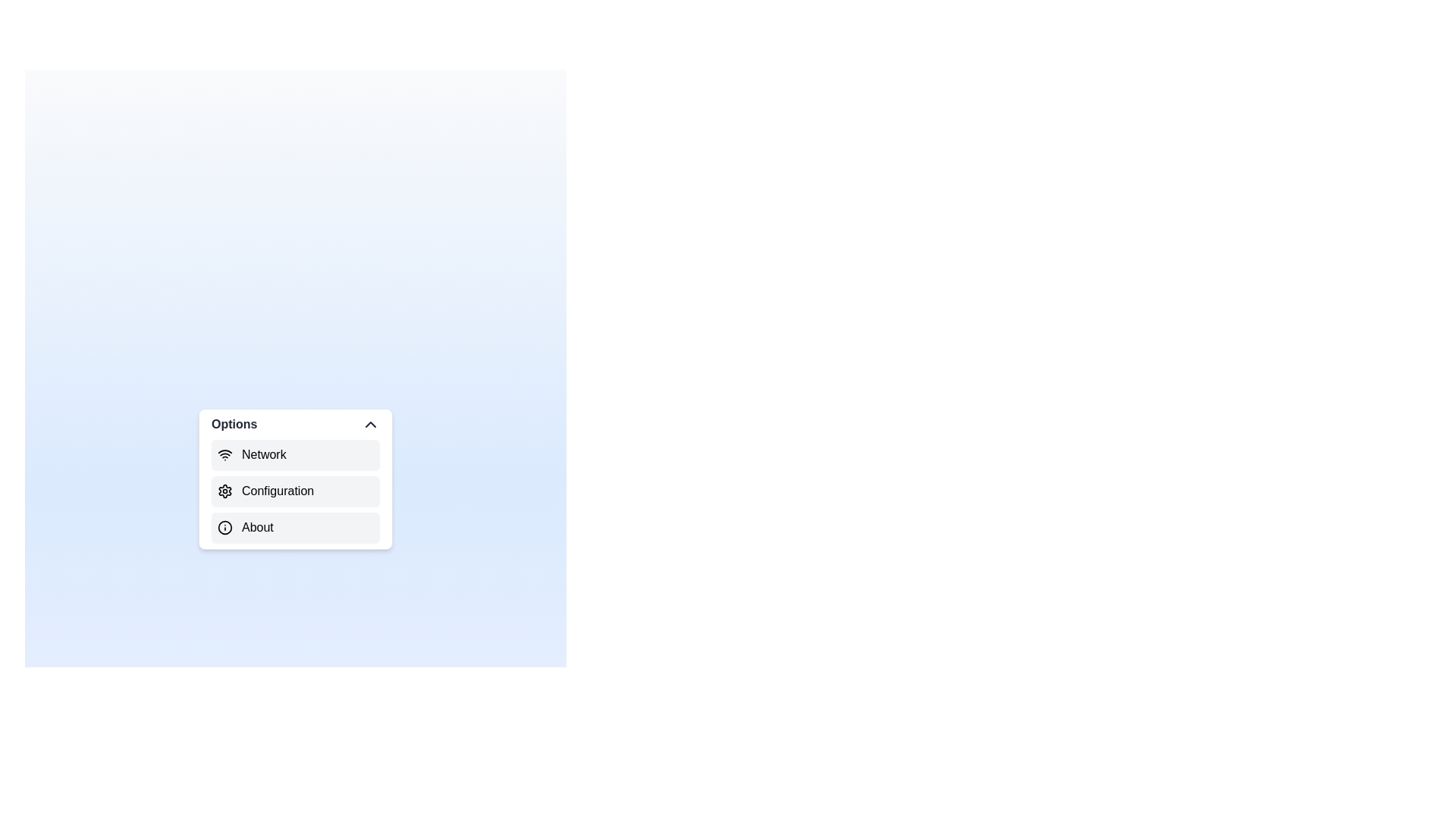 The image size is (1456, 819). I want to click on the menu item Configuration from the visible options, so click(295, 491).